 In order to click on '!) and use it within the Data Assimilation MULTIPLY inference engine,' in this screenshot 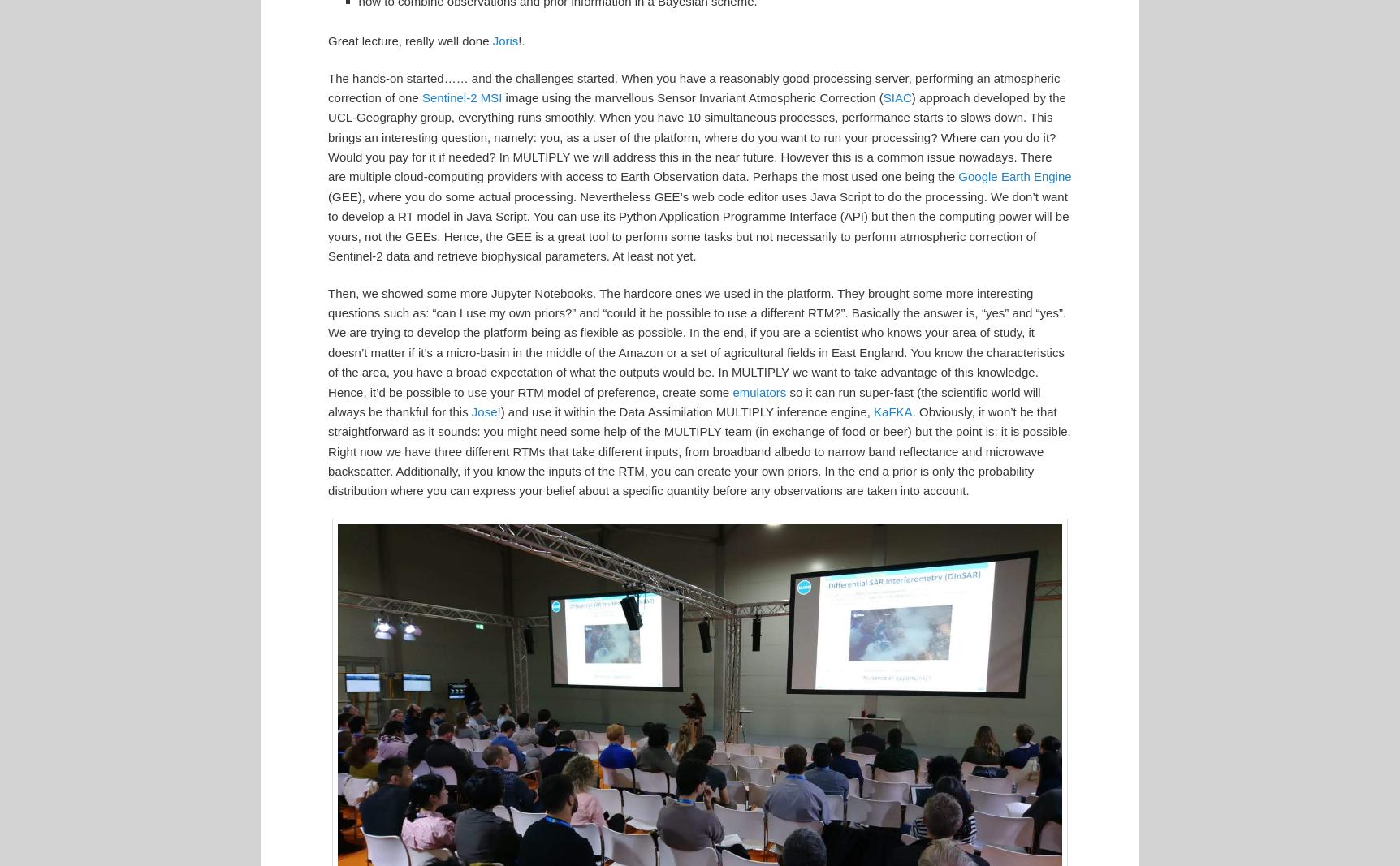, I will do `click(685, 410)`.